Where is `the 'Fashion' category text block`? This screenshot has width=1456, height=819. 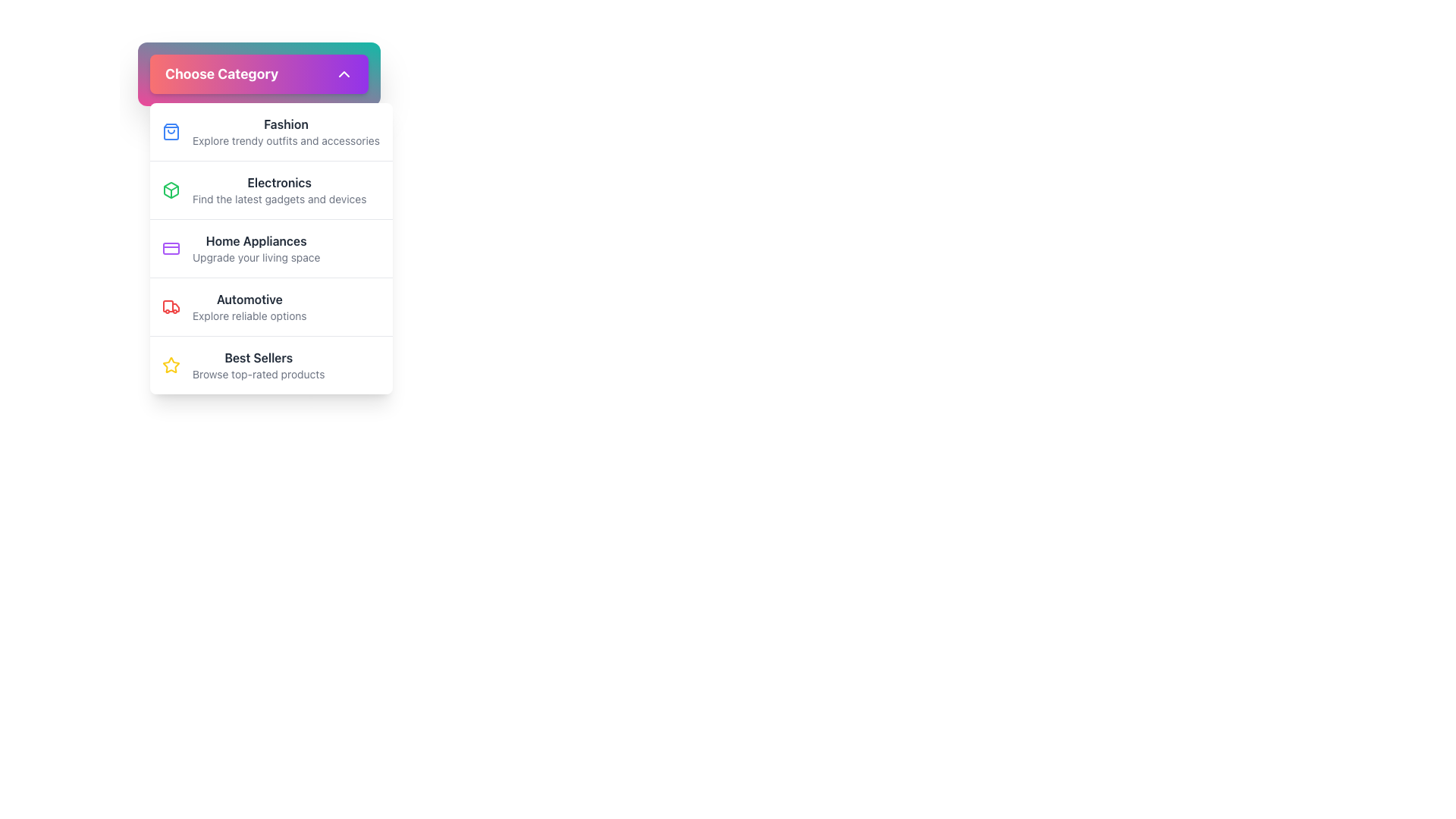 the 'Fashion' category text block is located at coordinates (286, 130).